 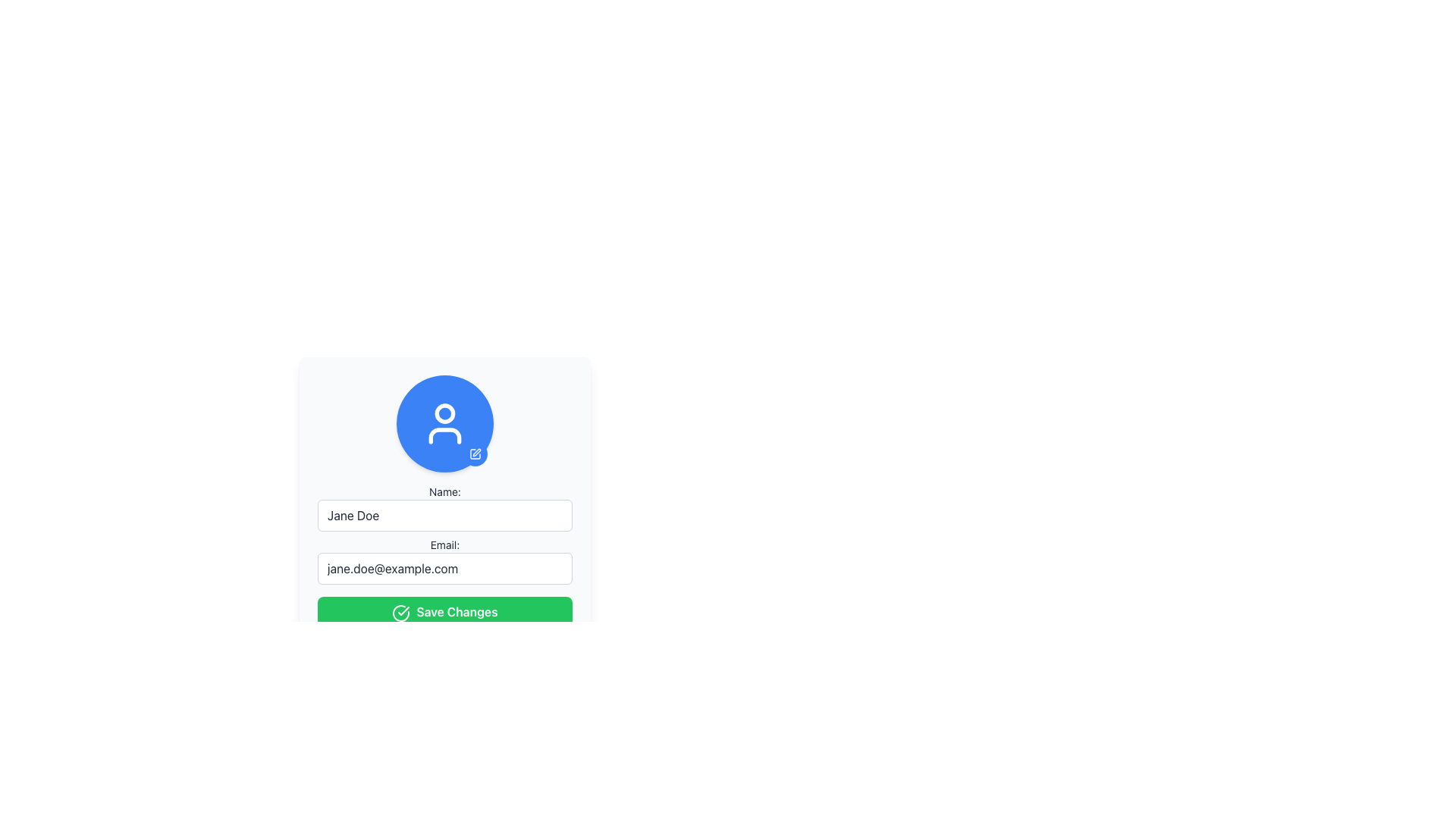 What do you see at coordinates (401, 612) in the screenshot?
I see `the segment of the circular shape that is part of the checkmark-bearing icon, located on the left edge of the green 'Save Changes' button` at bounding box center [401, 612].